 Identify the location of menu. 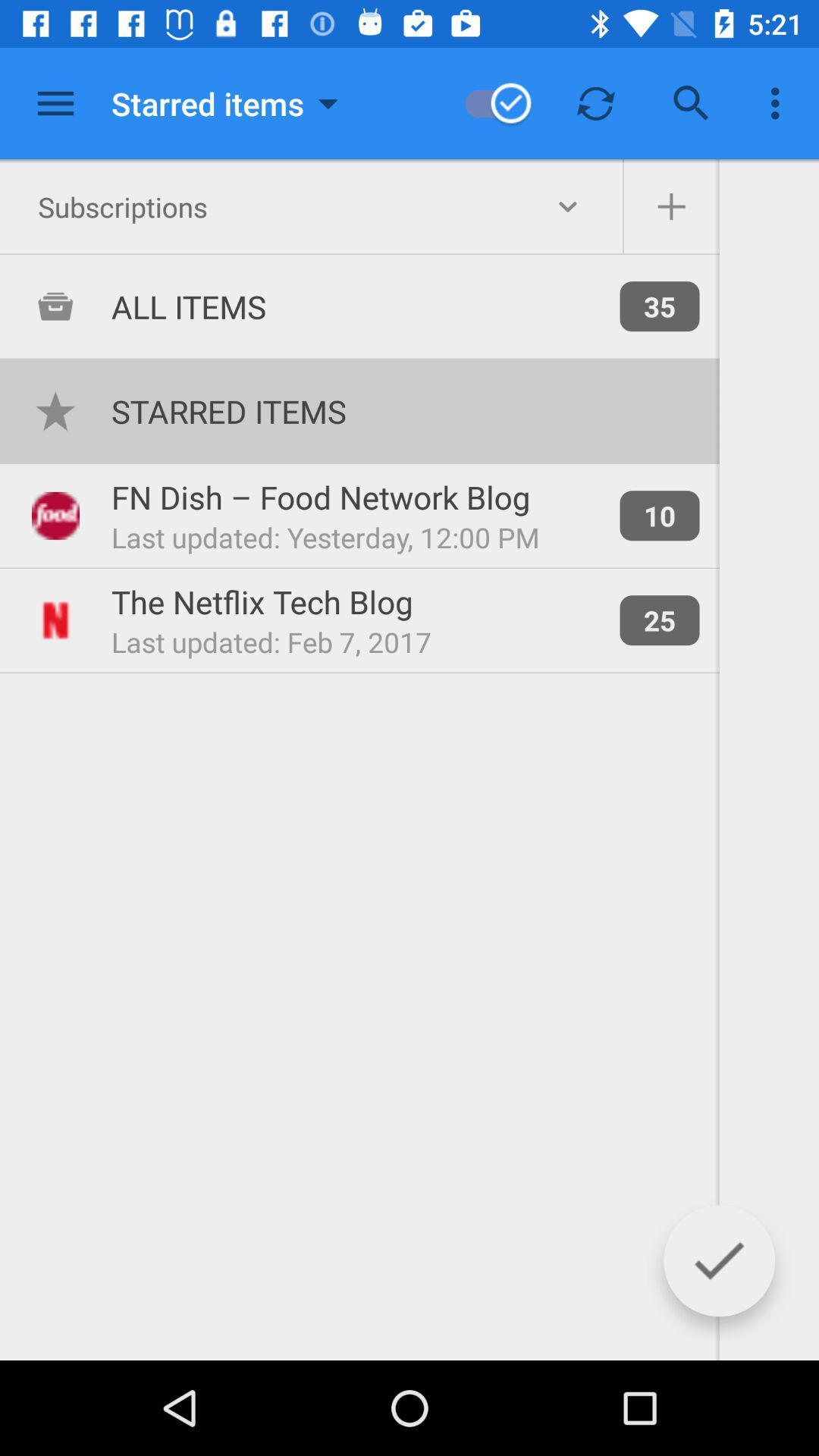
(55, 102).